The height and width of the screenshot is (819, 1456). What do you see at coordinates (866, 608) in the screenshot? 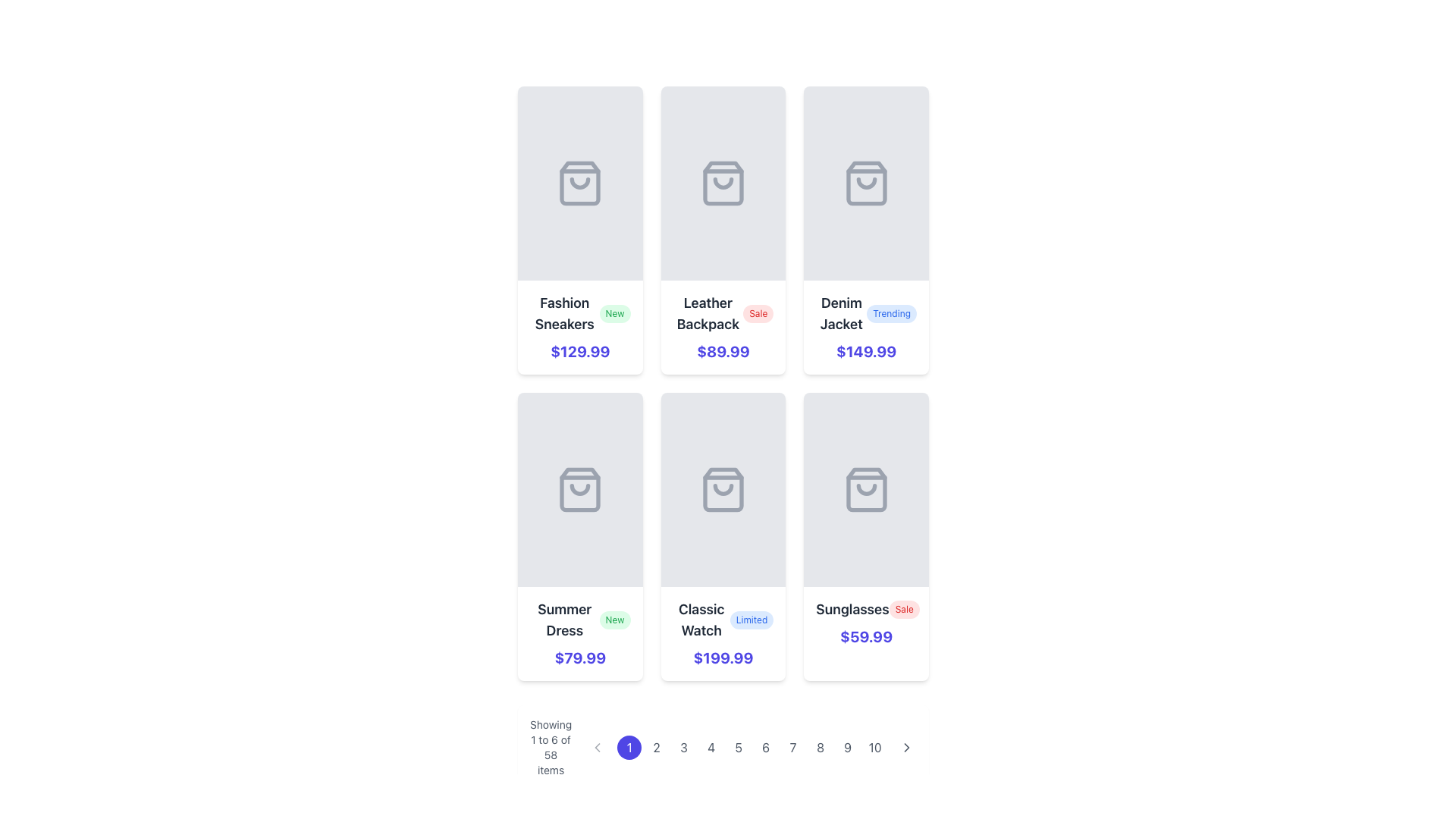
I see `the Composite text element displaying the product title 'Sunglasses' with a red badge located in the bottom-right card of the grid layout, positioned above the price label '$59.99'` at bounding box center [866, 608].